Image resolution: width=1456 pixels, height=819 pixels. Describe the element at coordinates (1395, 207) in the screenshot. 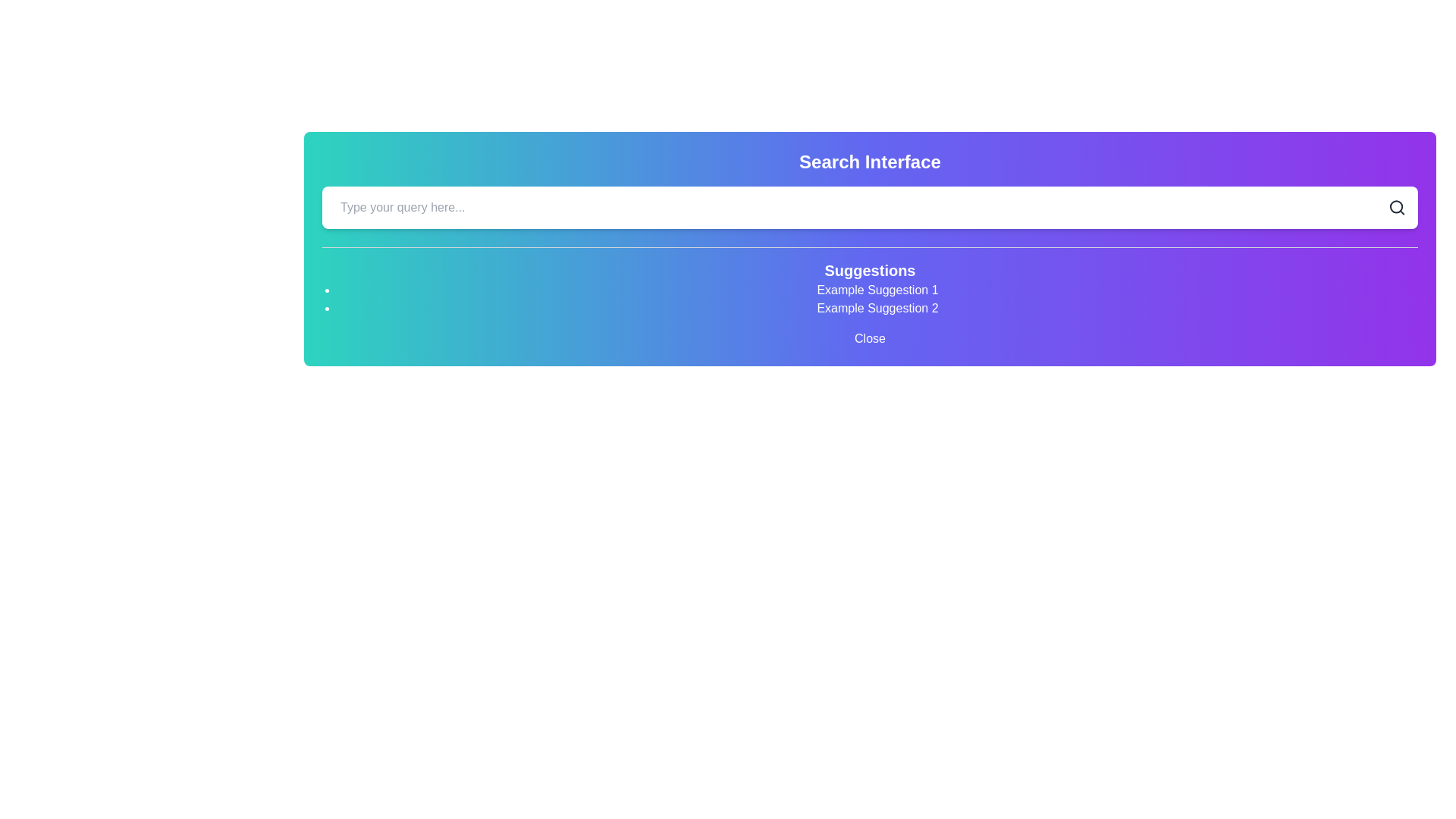

I see `the search icon's circle, which represents the magnifying glass, to trigger a search action` at that location.